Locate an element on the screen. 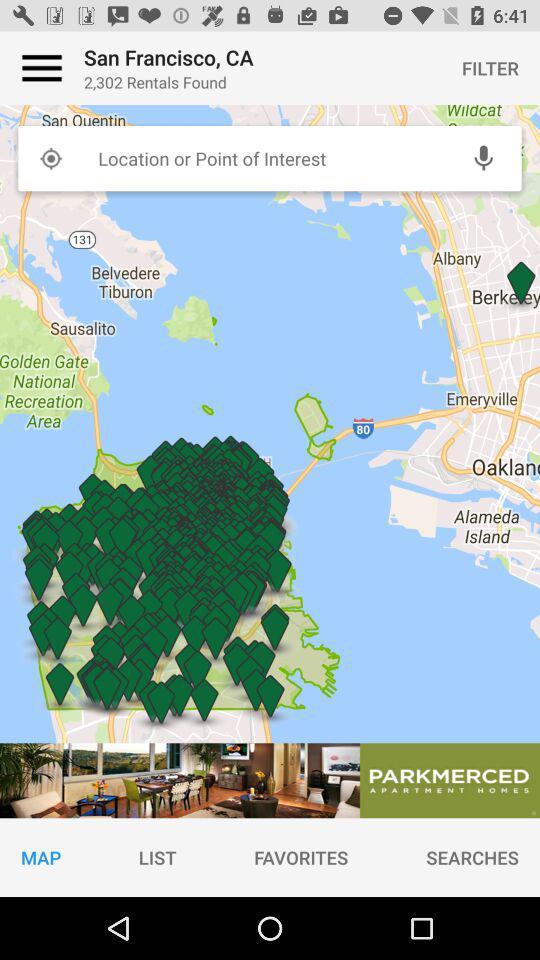 This screenshot has height=960, width=540. the location_crosshair icon is located at coordinates (50, 157).